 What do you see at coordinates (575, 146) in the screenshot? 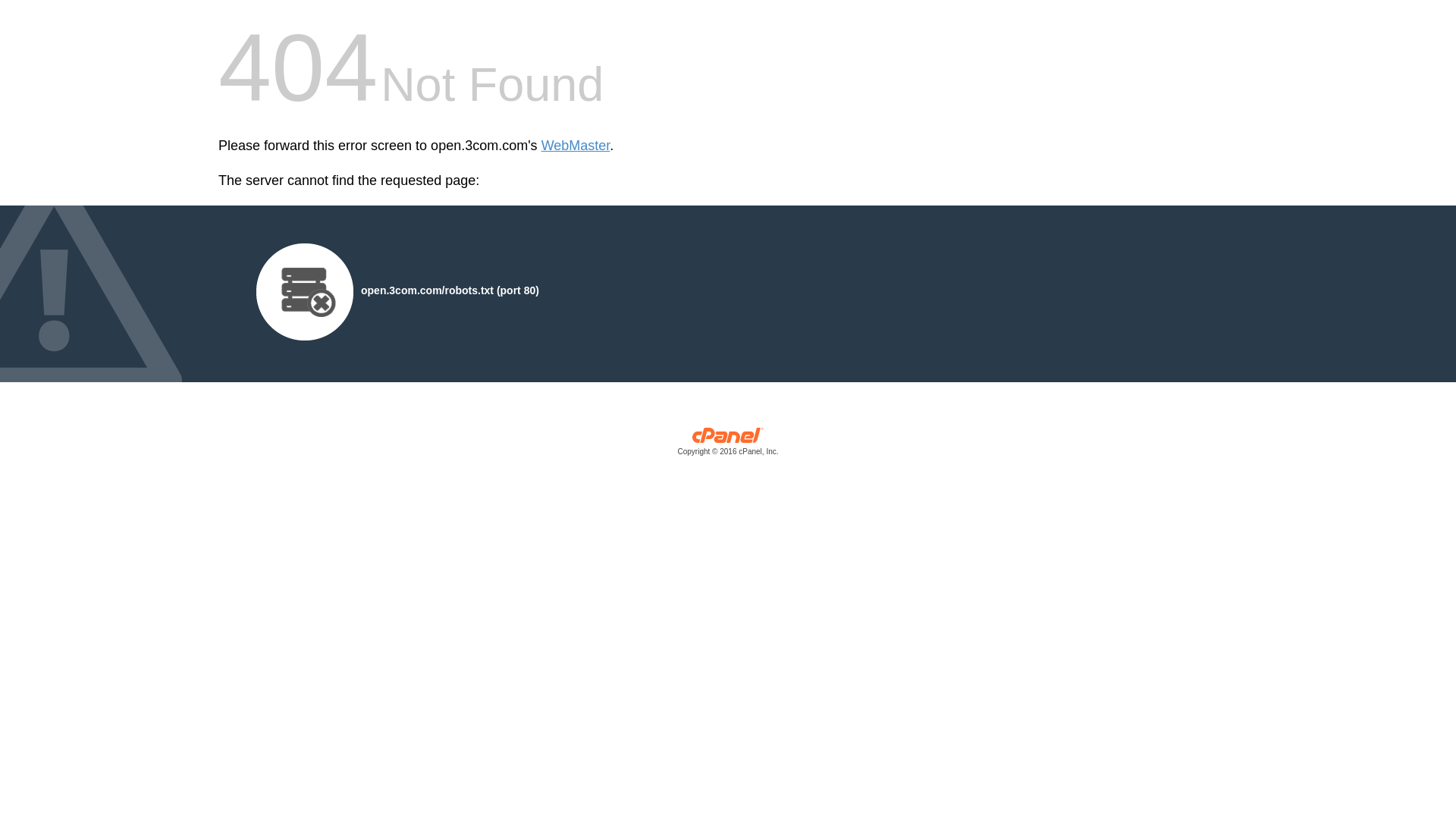
I see `'WebMaster'` at bounding box center [575, 146].